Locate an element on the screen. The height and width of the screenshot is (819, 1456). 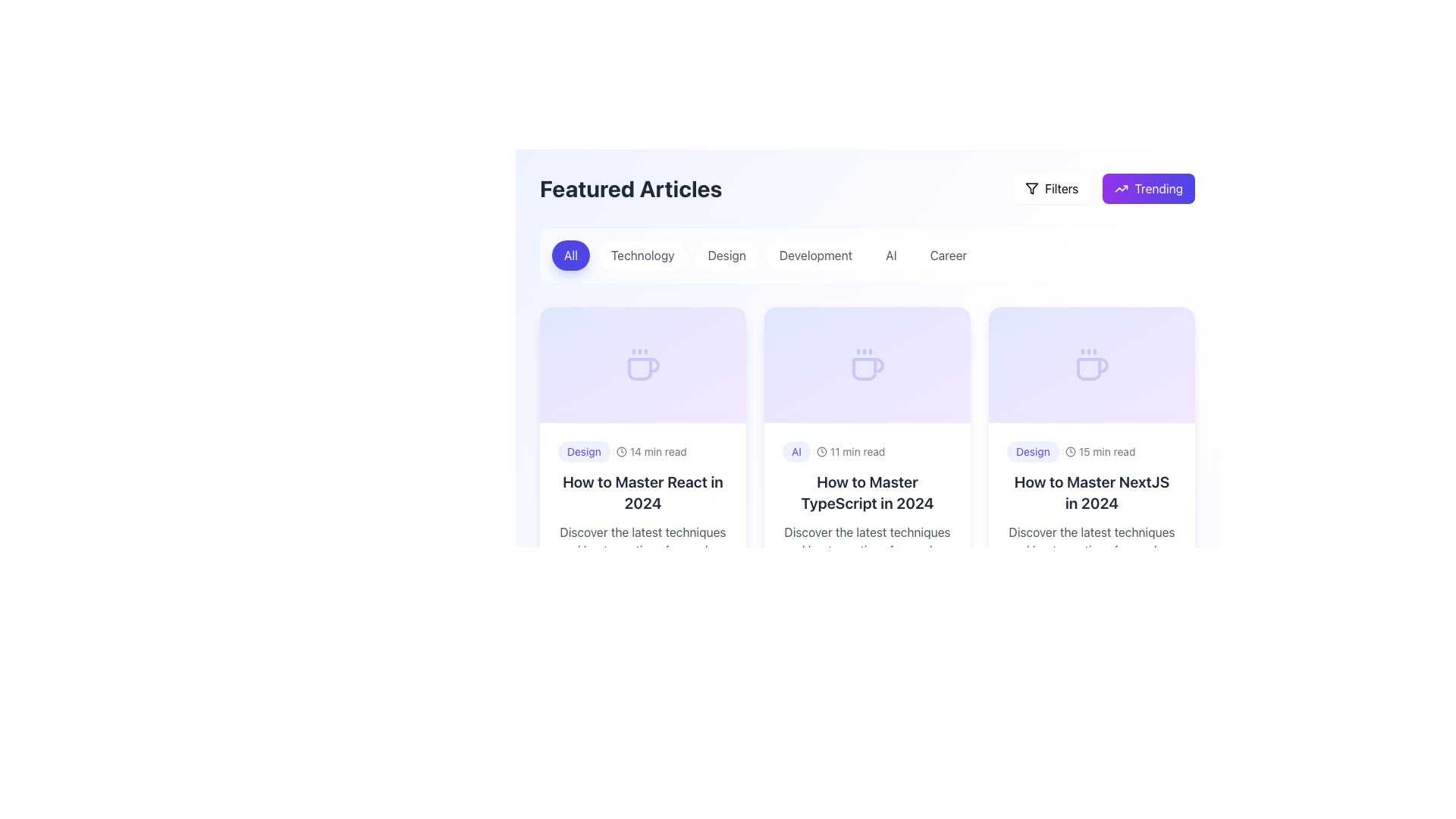
the small clock icon styled with a circular outline and clock hands, which precedes the '14 min read' text in the card titled 'How to Master React in 2024' is located at coordinates (621, 451).